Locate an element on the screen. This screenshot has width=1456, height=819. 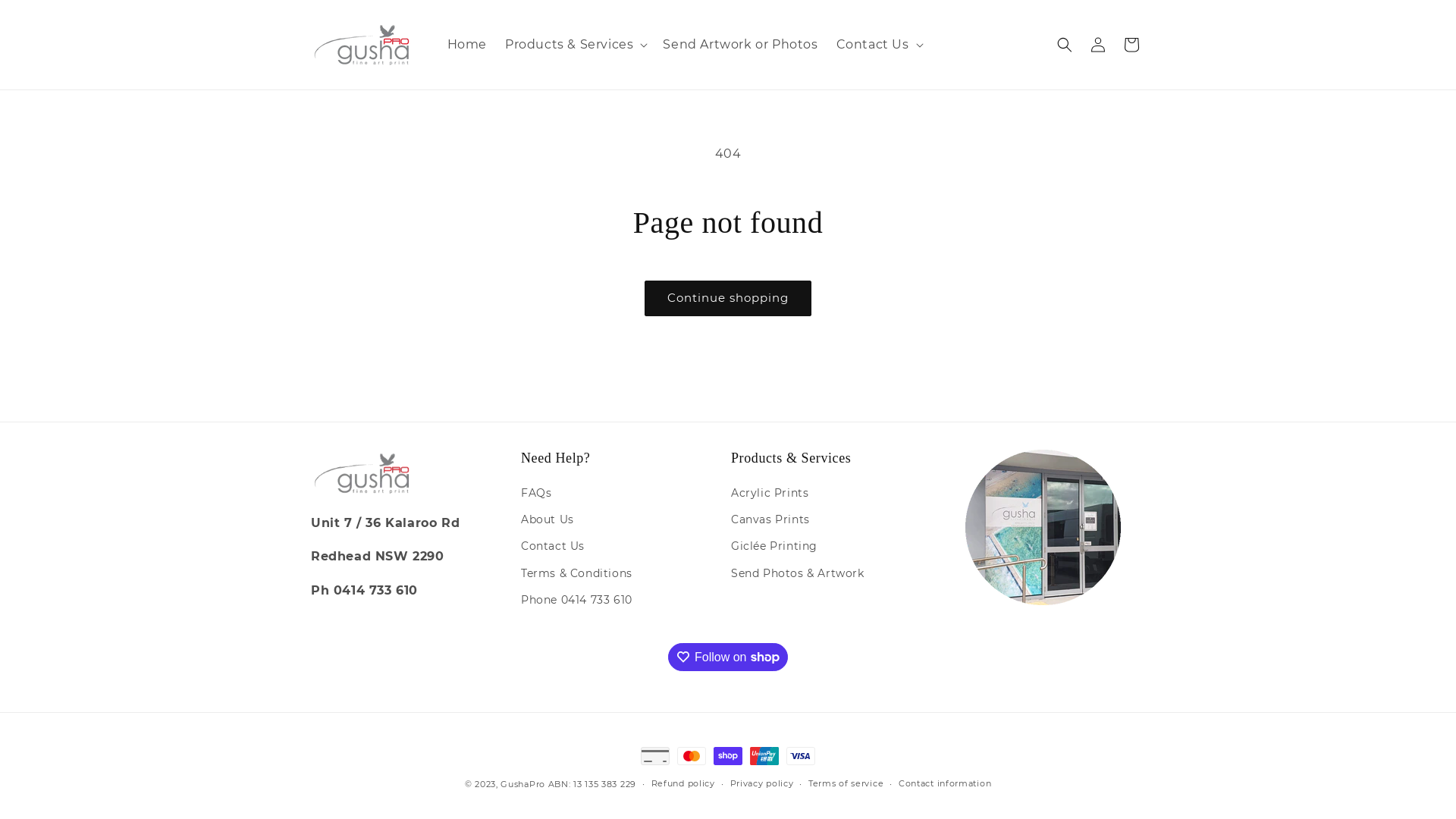
'Contact Us' is located at coordinates (552, 546).